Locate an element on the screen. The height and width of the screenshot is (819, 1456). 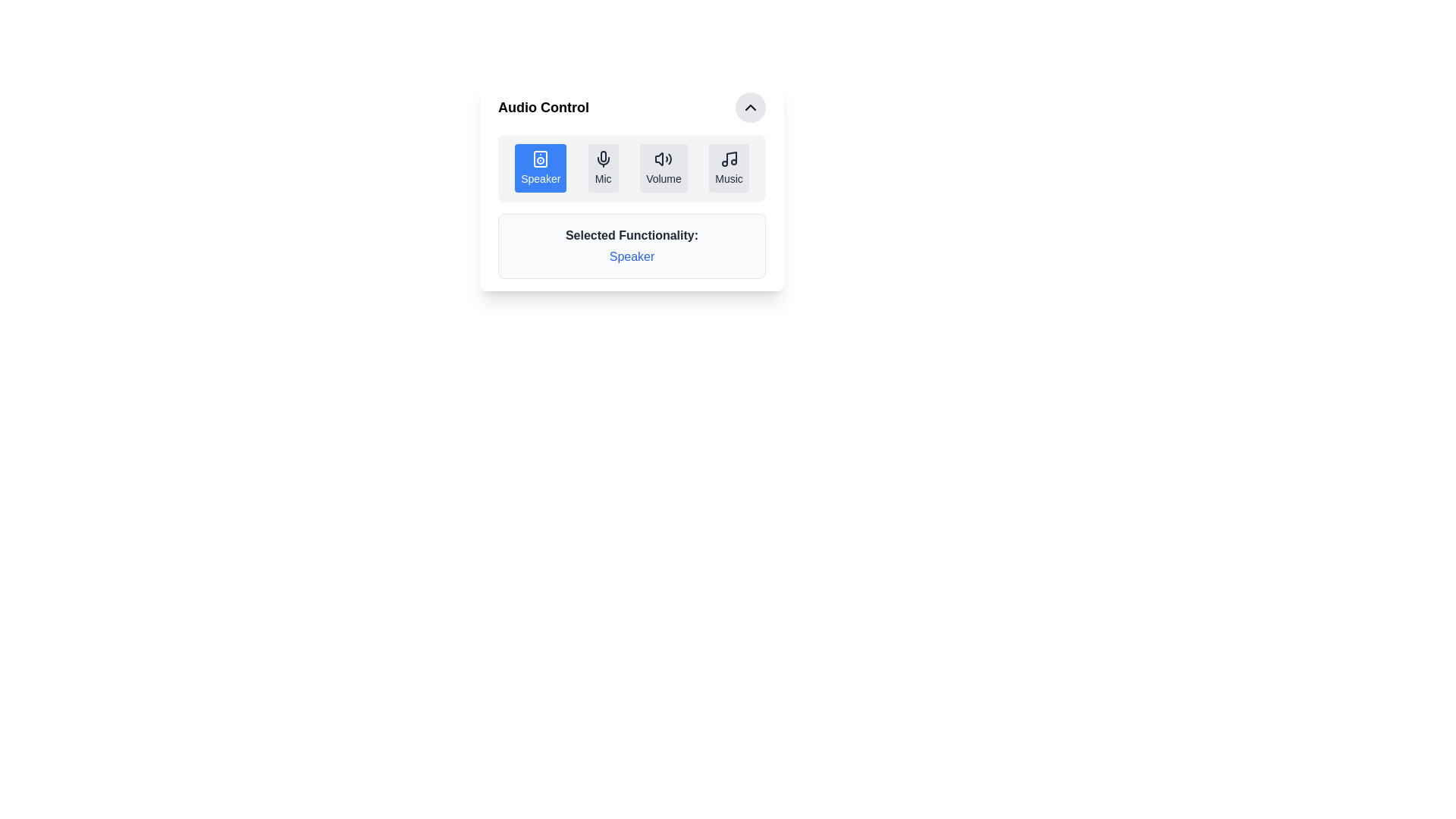
the 'Volume' option in the Navigation panel of the 'Audio Control' widget is located at coordinates (632, 168).